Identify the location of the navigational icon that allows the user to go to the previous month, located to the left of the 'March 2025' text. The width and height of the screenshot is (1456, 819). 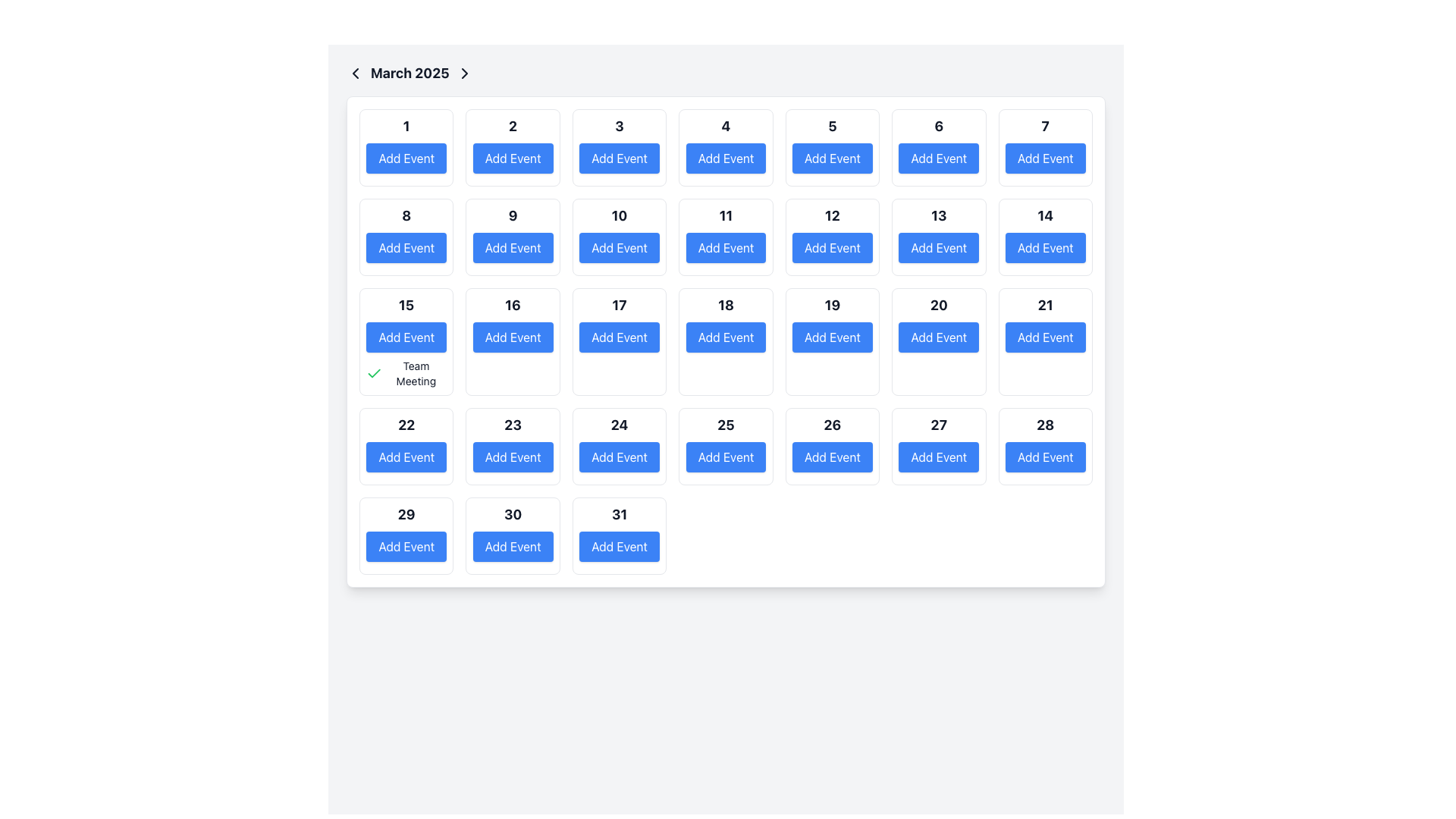
(355, 73).